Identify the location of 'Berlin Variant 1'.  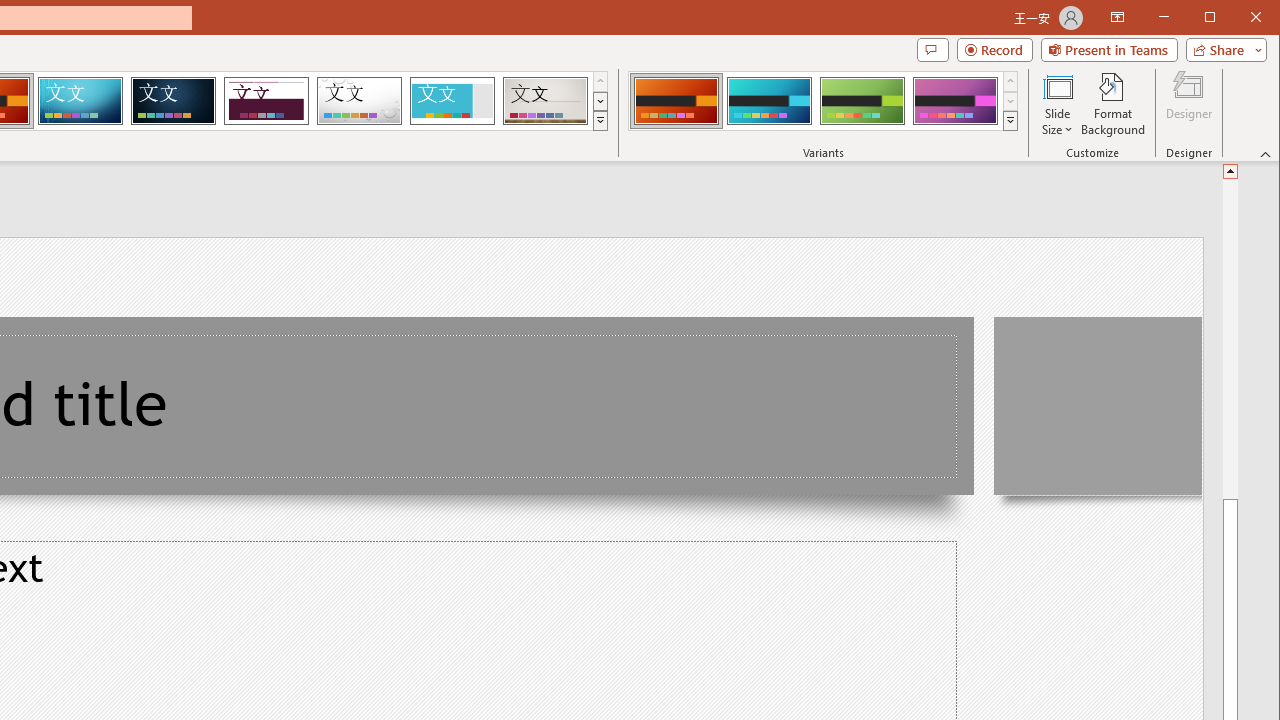
(676, 100).